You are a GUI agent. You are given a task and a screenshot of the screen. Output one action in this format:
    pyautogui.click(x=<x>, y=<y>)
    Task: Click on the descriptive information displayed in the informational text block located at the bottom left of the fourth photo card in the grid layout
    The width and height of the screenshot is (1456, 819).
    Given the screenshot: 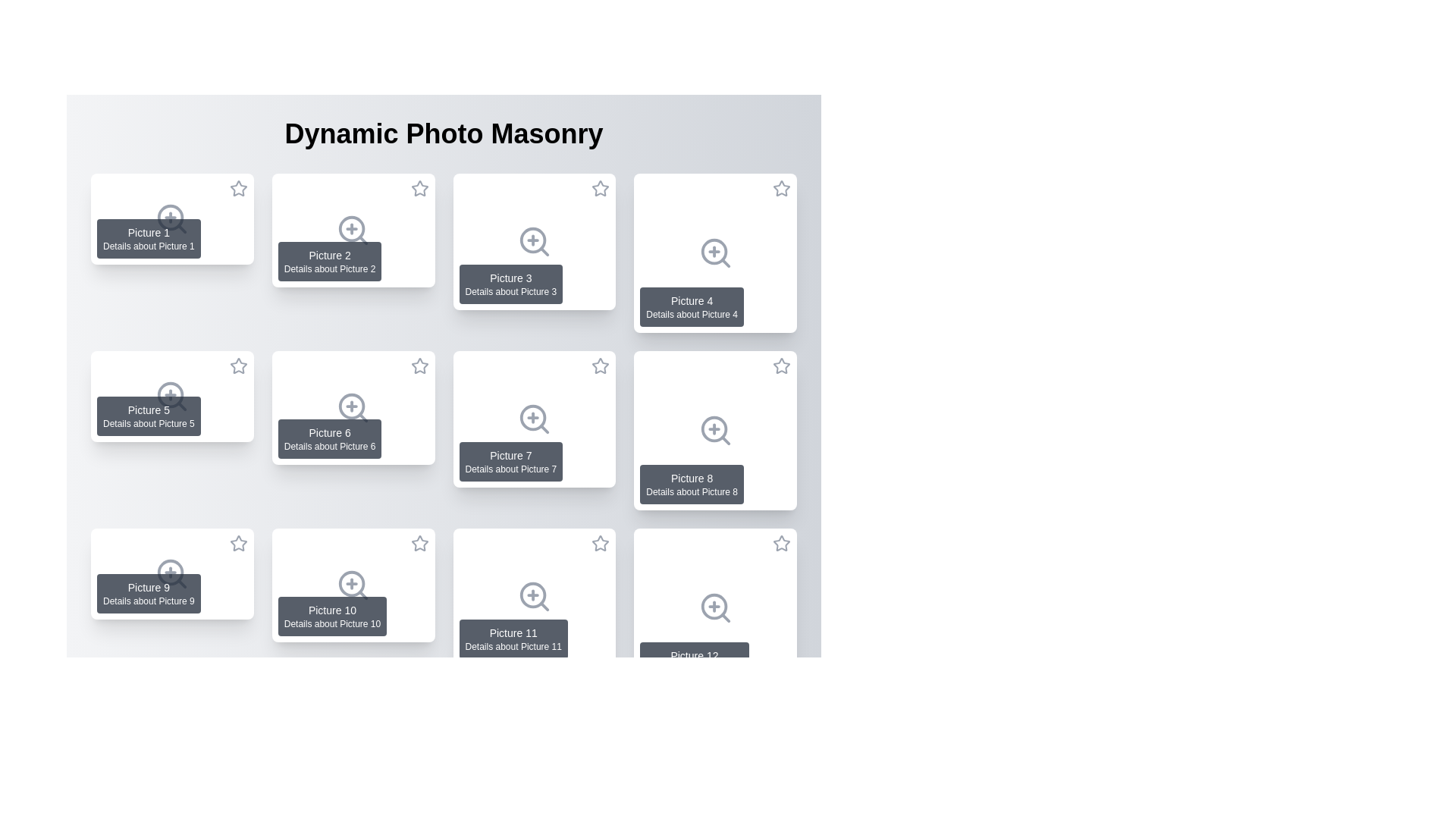 What is the action you would take?
    pyautogui.click(x=691, y=307)
    